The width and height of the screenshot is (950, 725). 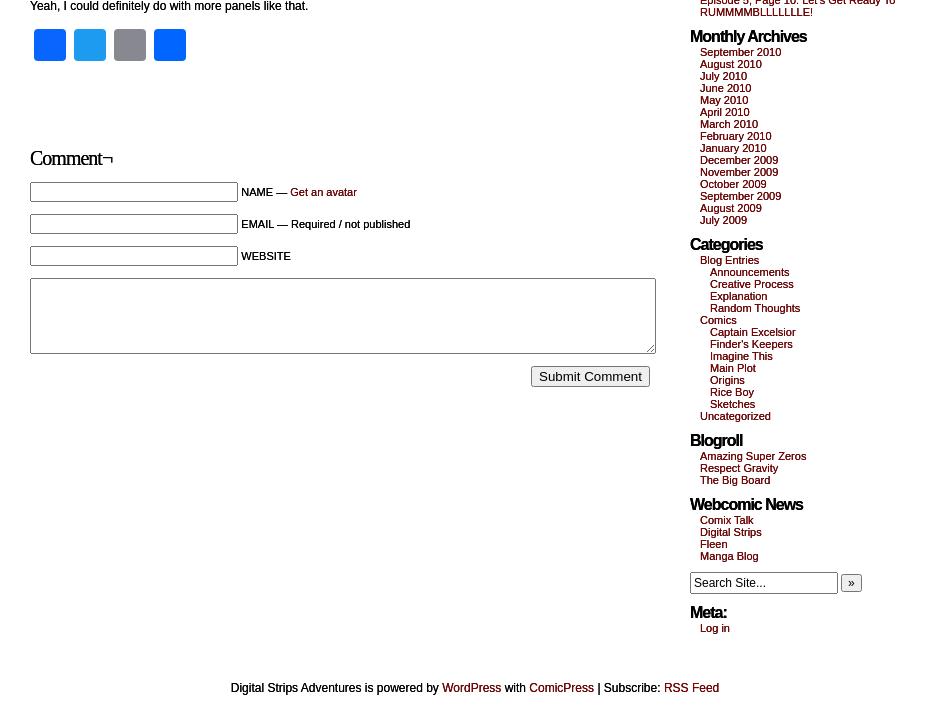 I want to click on 'October 2009', so click(x=699, y=183).